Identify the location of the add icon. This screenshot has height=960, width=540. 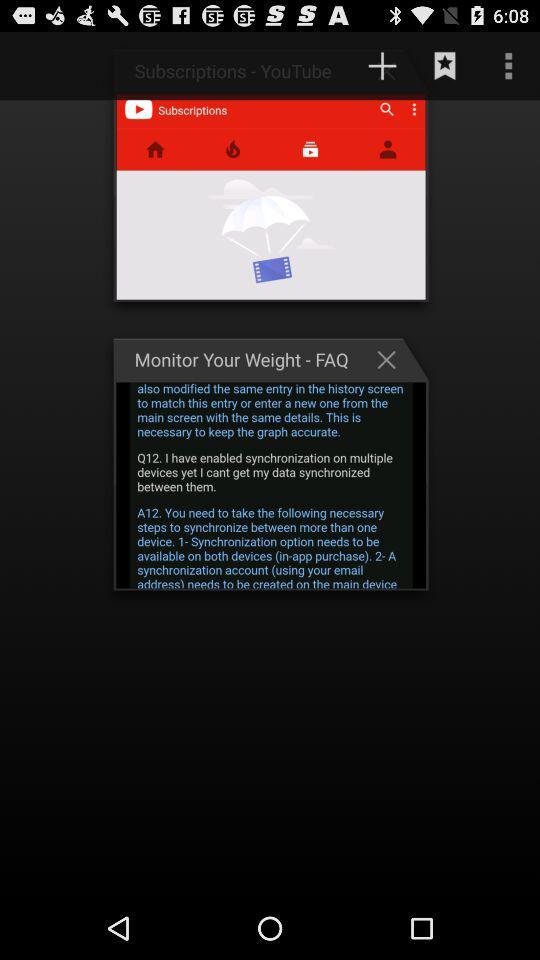
(391, 75).